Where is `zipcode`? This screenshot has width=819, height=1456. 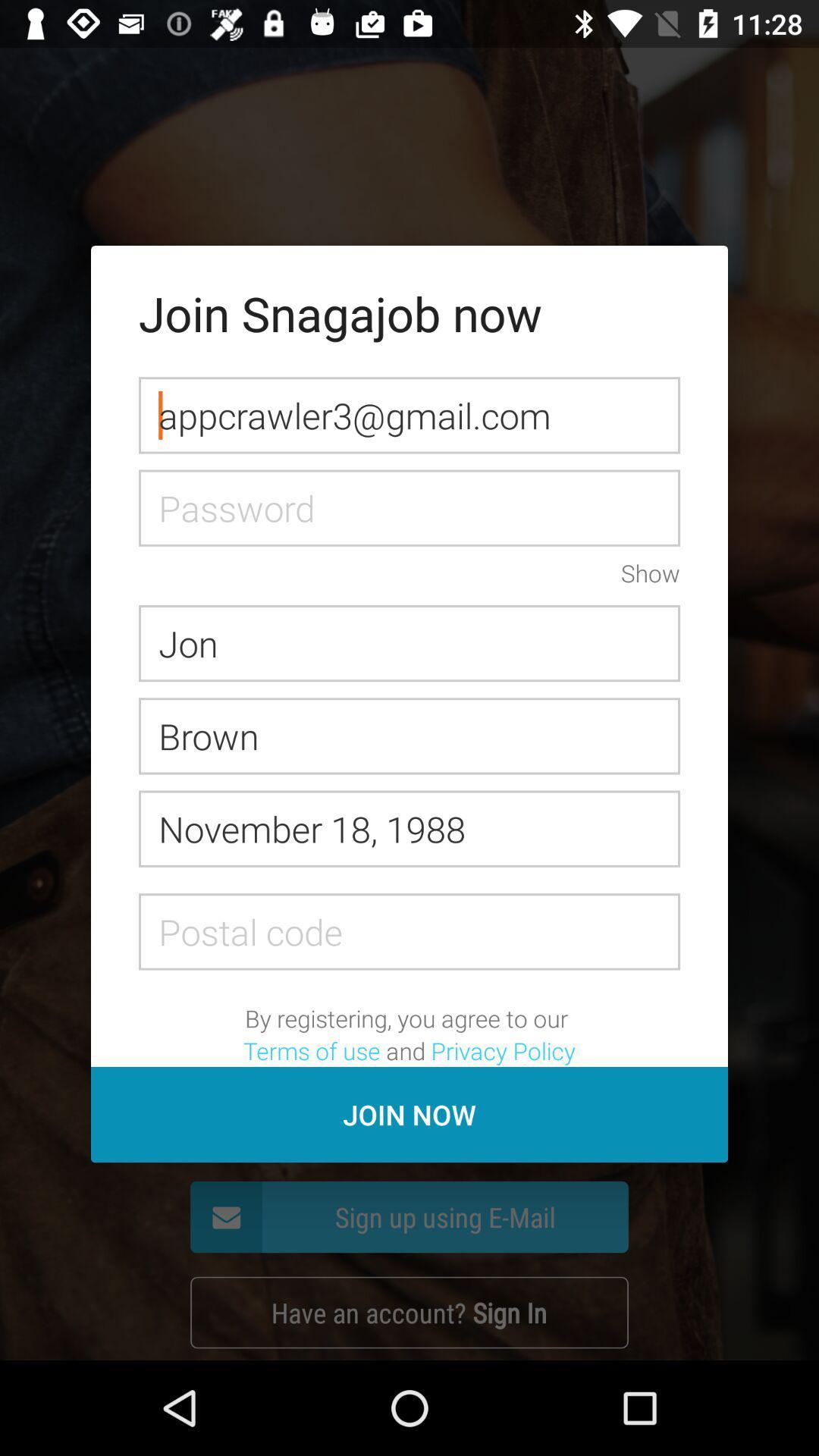
zipcode is located at coordinates (409, 930).